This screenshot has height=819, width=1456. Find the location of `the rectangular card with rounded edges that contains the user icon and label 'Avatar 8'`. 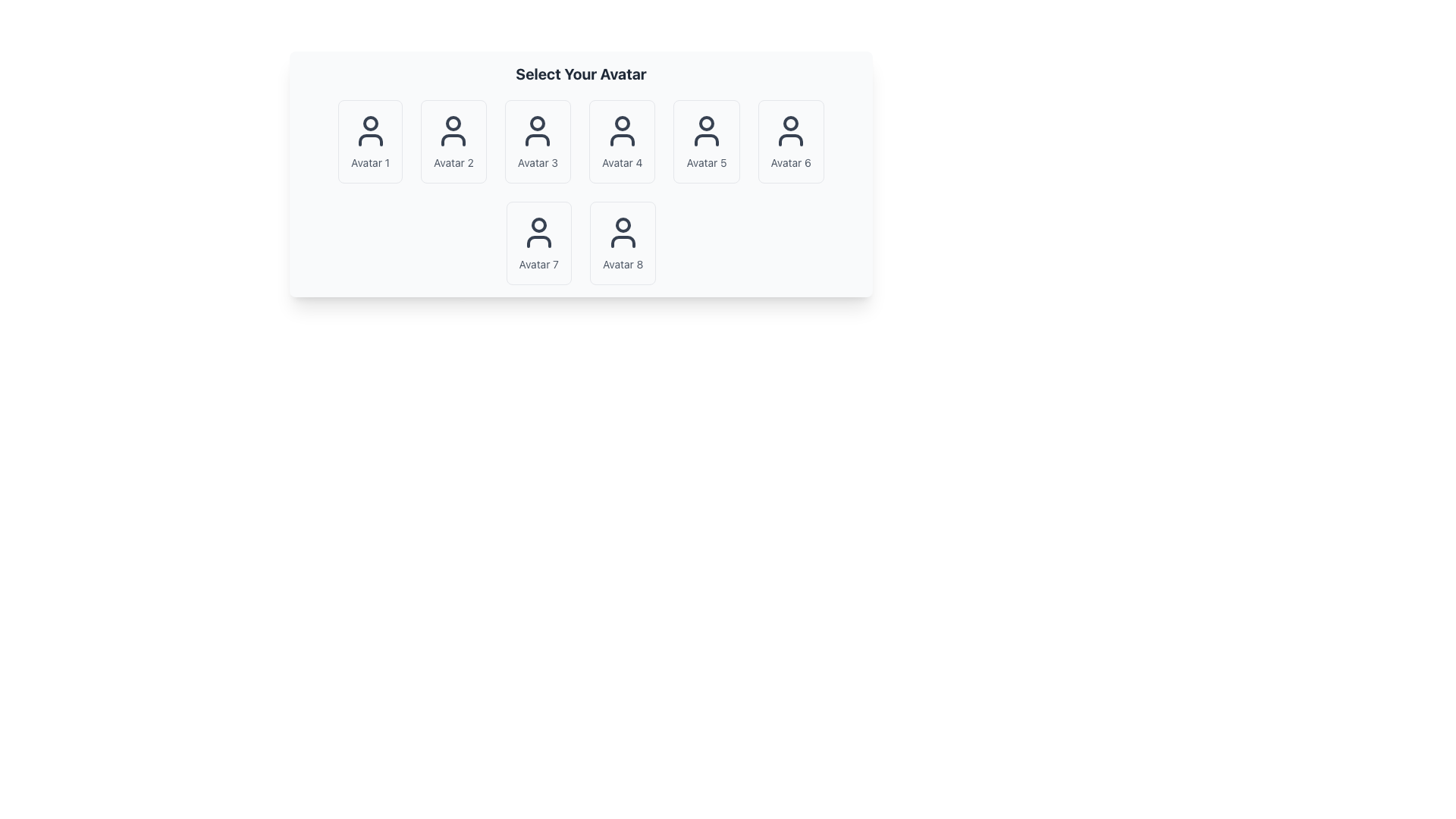

the rectangular card with rounded edges that contains the user icon and label 'Avatar 8' is located at coordinates (623, 242).